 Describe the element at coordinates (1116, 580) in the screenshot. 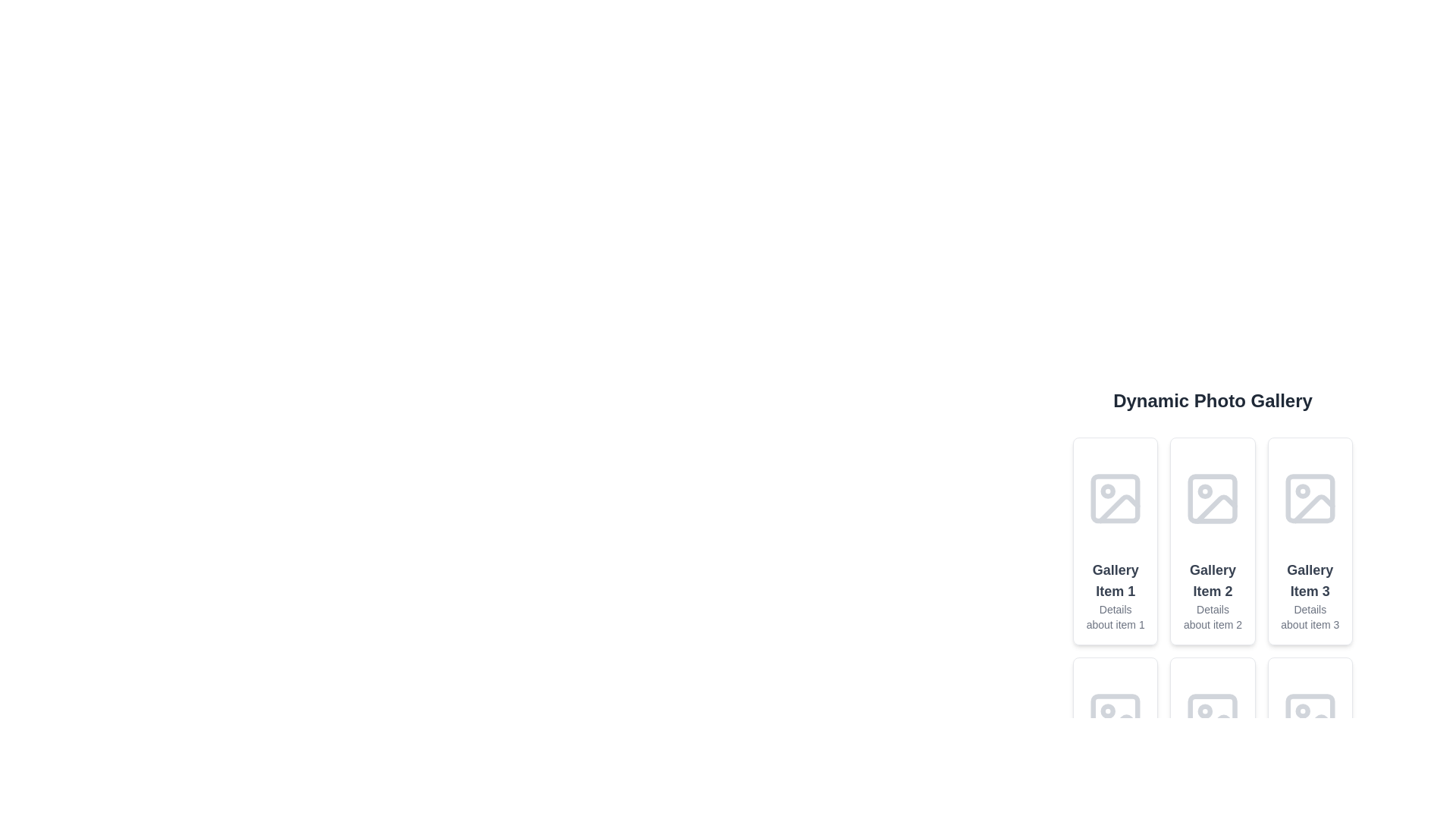

I see `the text label 'Gallery Item 1'` at that location.